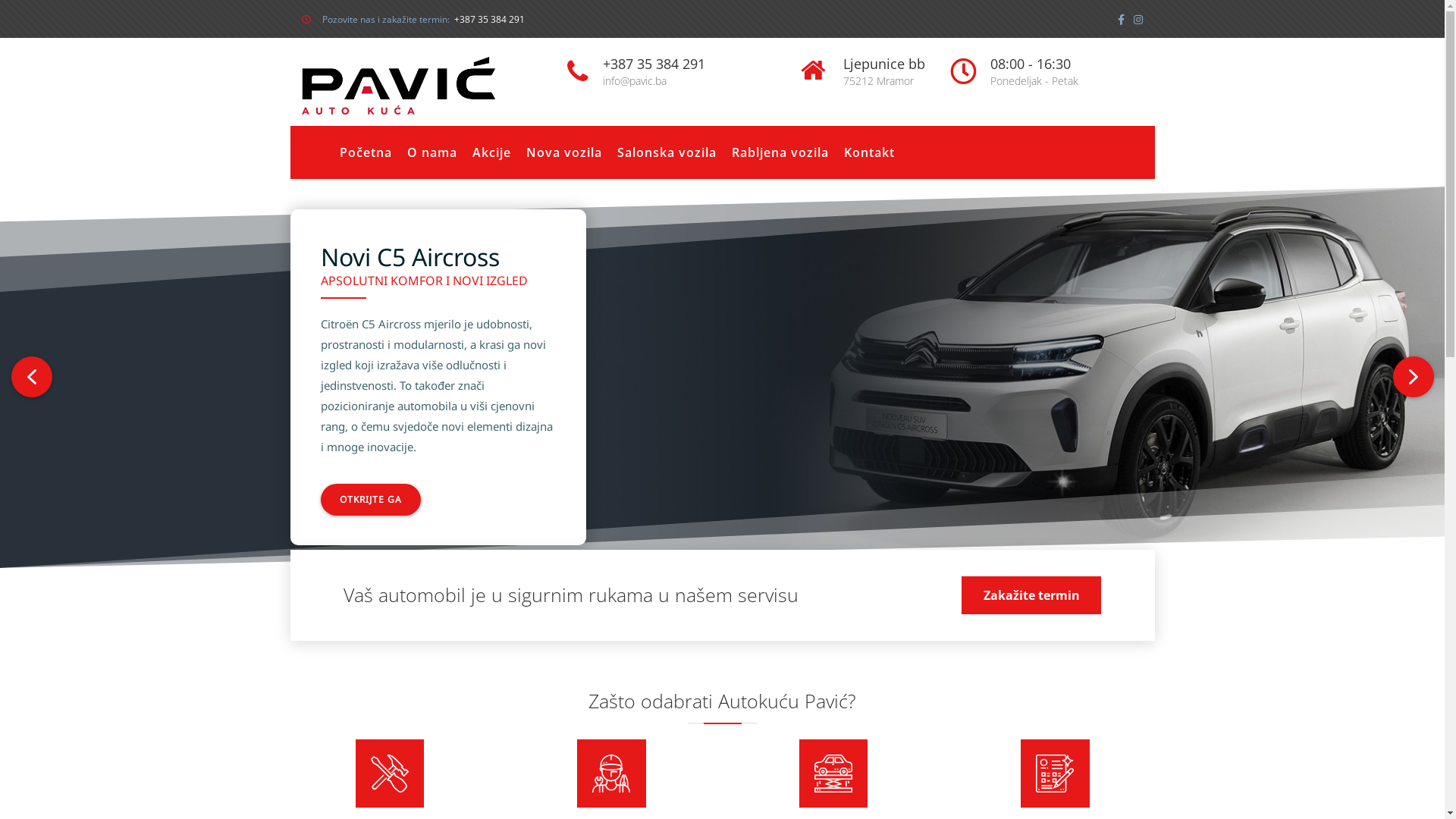 This screenshot has width=1456, height=819. I want to click on 'facebook', so click(1124, 20).